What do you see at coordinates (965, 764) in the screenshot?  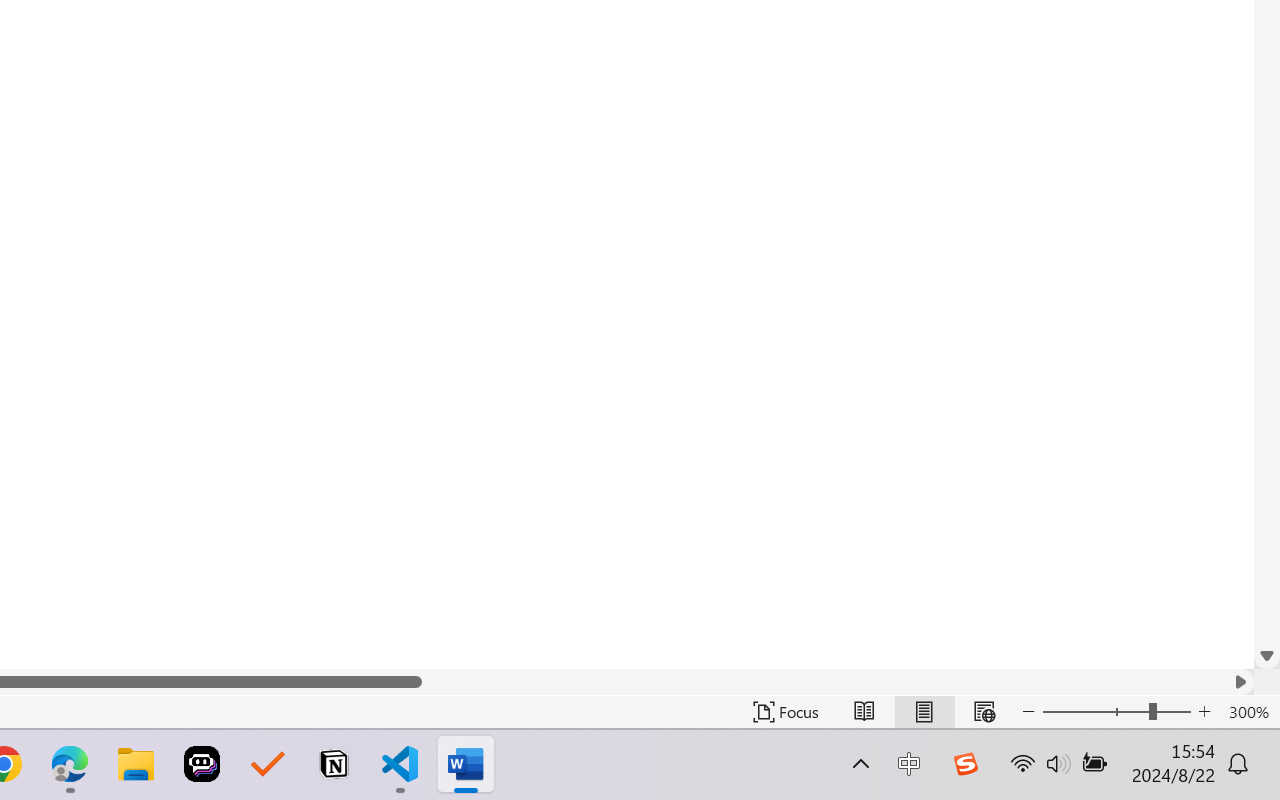 I see `'Class: Image'` at bounding box center [965, 764].